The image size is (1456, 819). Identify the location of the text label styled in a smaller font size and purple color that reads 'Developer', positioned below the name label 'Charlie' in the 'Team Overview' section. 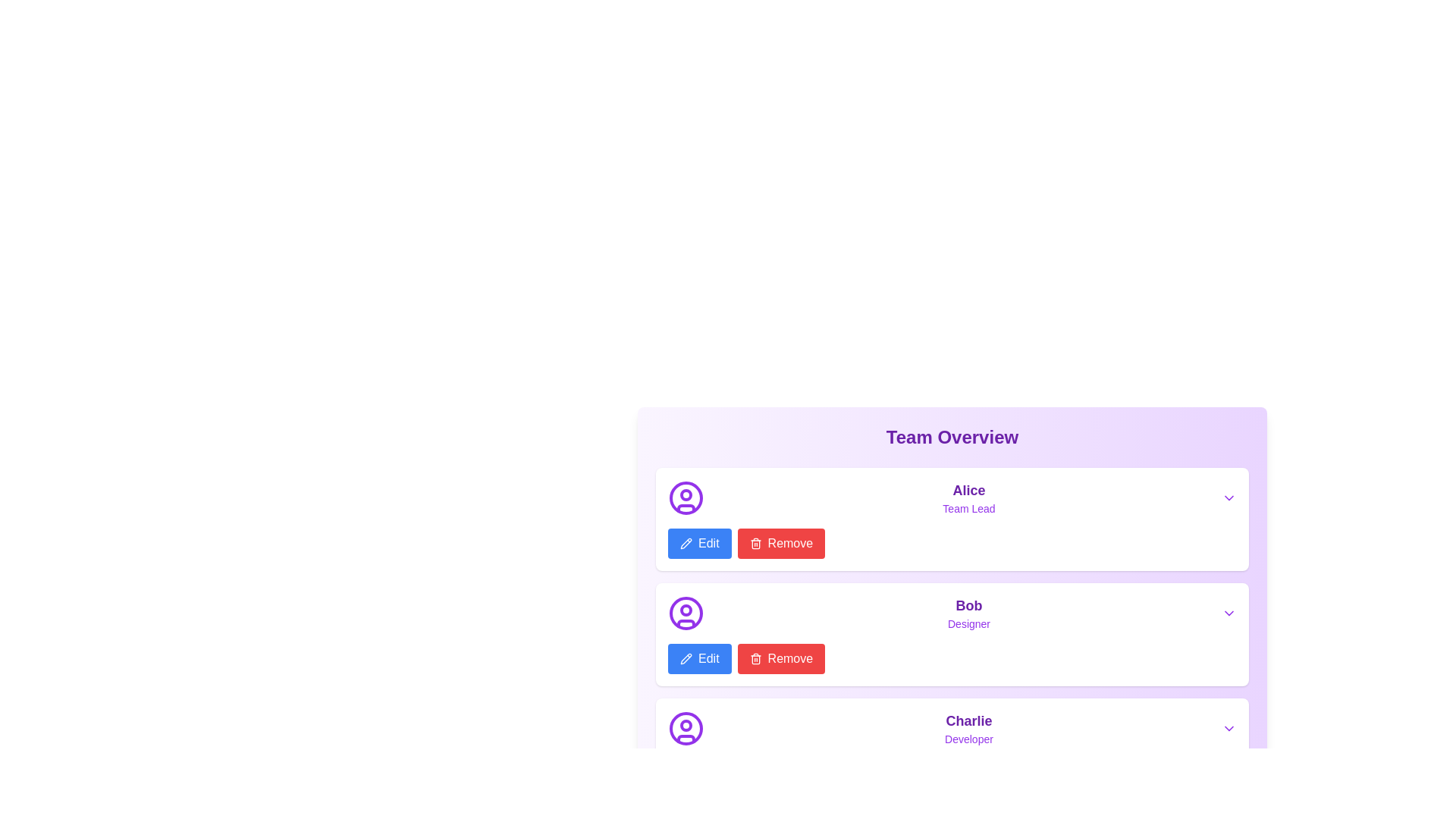
(968, 739).